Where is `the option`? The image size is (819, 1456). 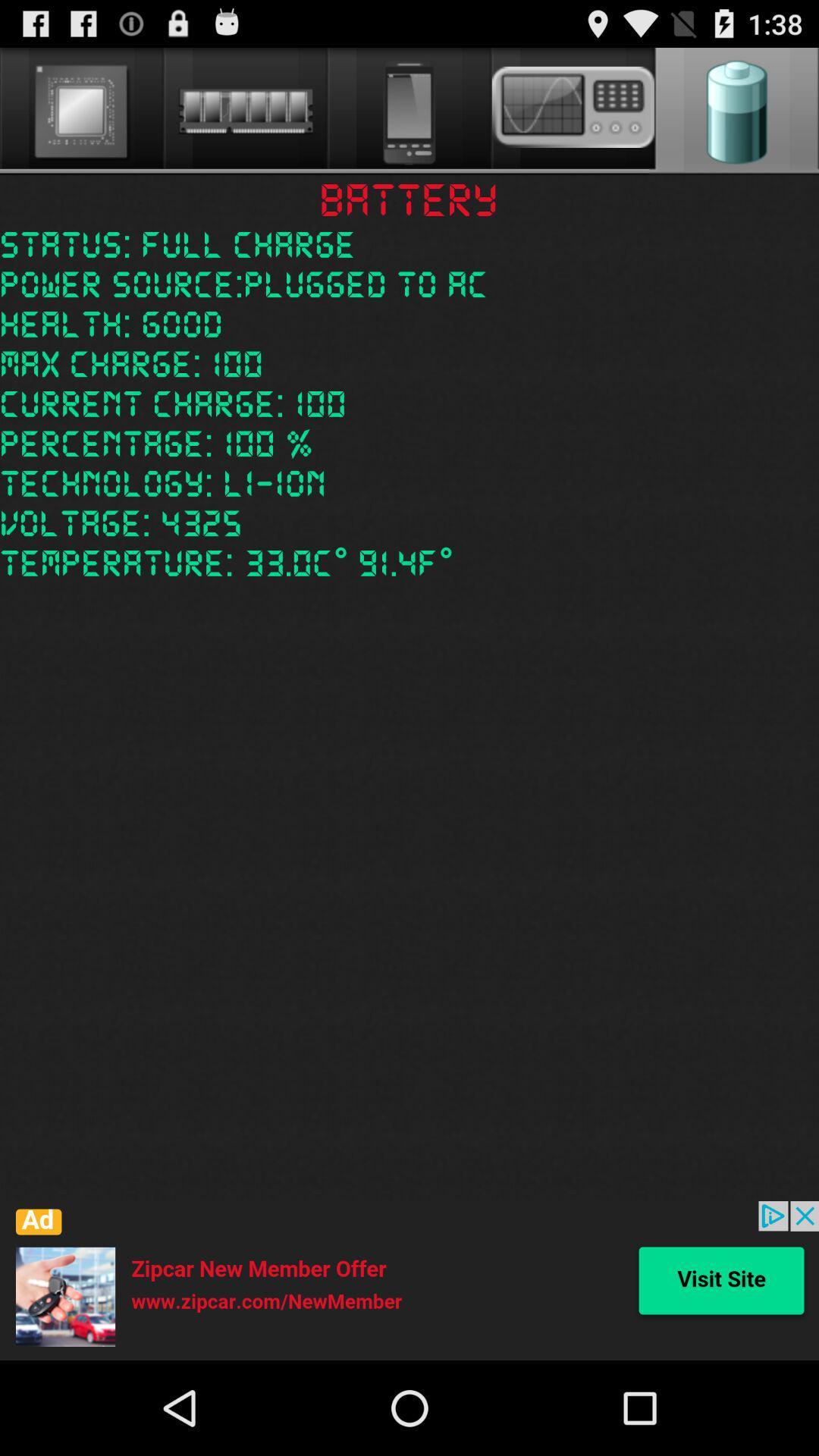 the option is located at coordinates (409, 1280).